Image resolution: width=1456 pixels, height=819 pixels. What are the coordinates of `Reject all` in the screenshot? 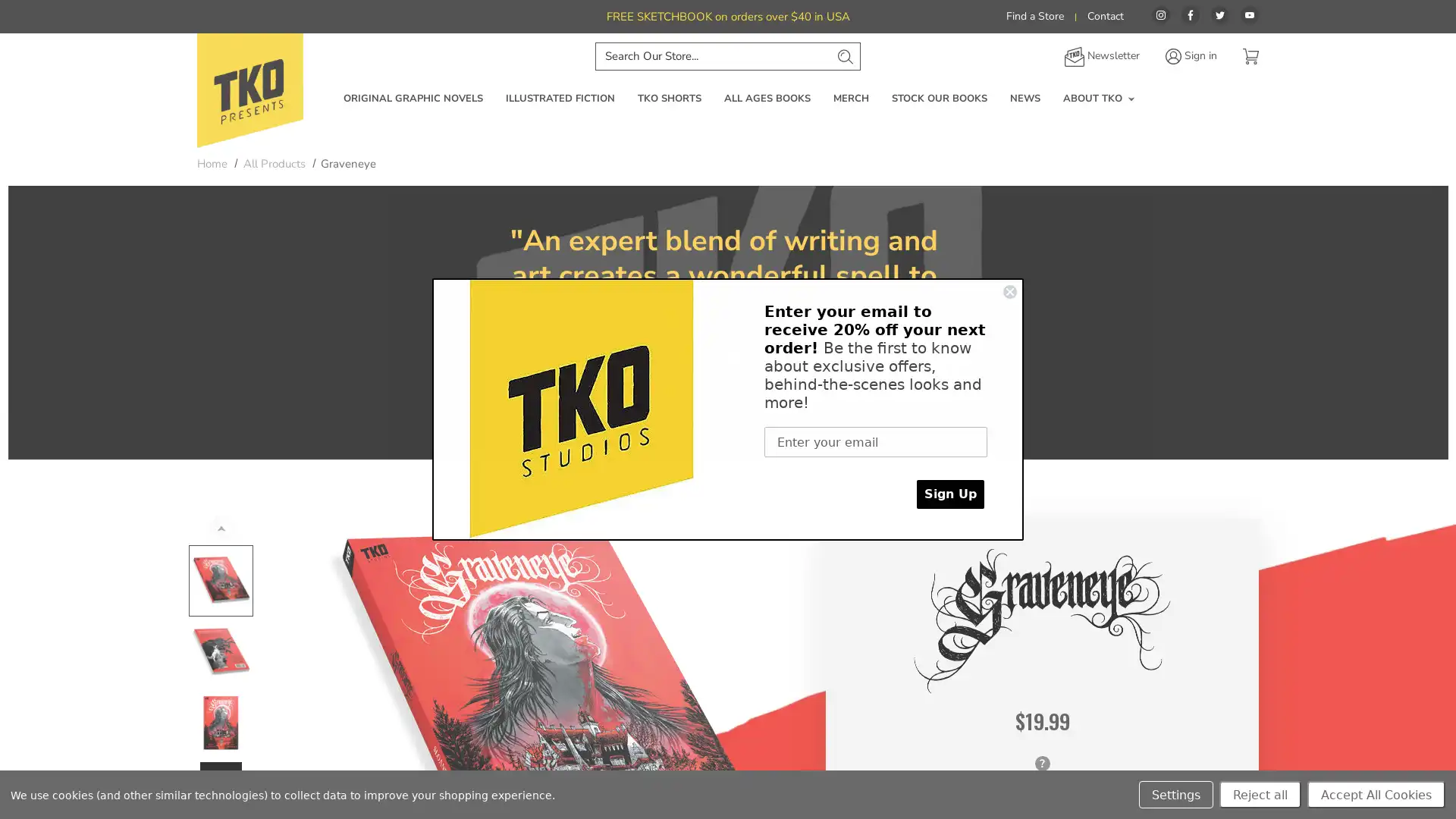 It's located at (1260, 794).